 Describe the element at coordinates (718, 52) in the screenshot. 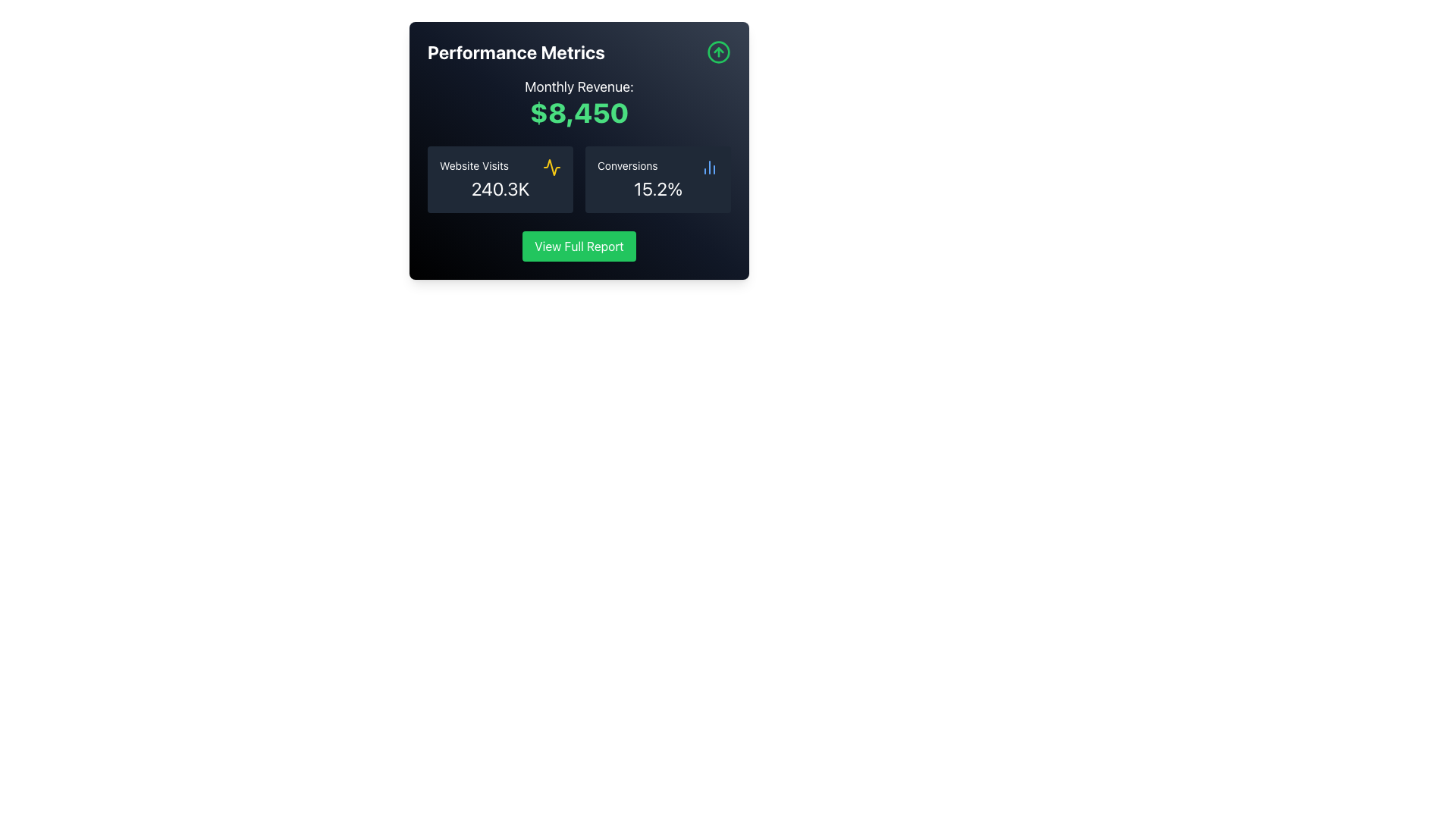

I see `the upward arrow icon enclosed in a circle located in the top-right corner of the 'Performance Metrics' section to signify positive progress or improvement` at that location.